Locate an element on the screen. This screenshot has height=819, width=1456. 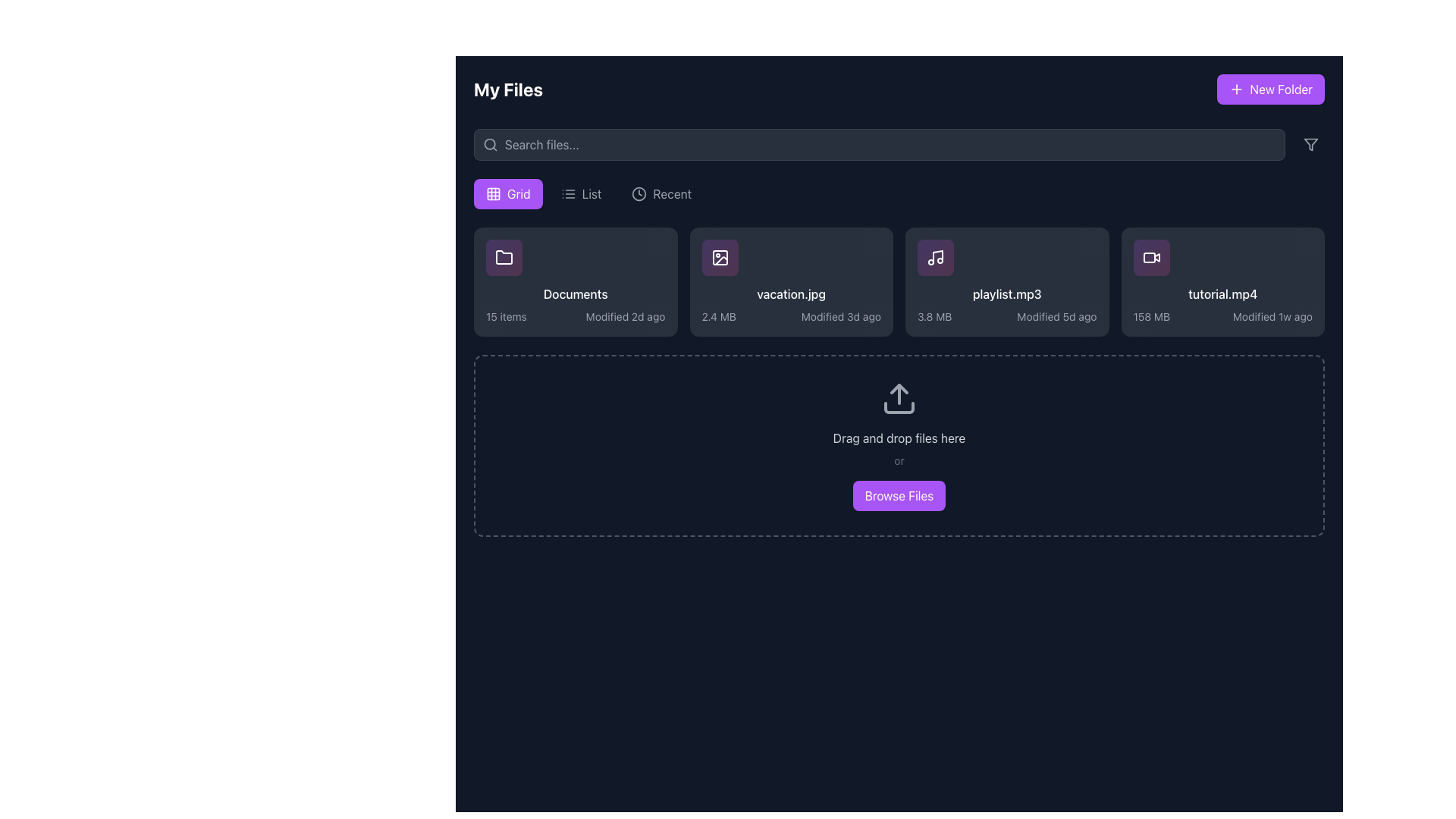
the rounded rectangle icon representing a file upload area within the central part of the upload interface is located at coordinates (899, 406).